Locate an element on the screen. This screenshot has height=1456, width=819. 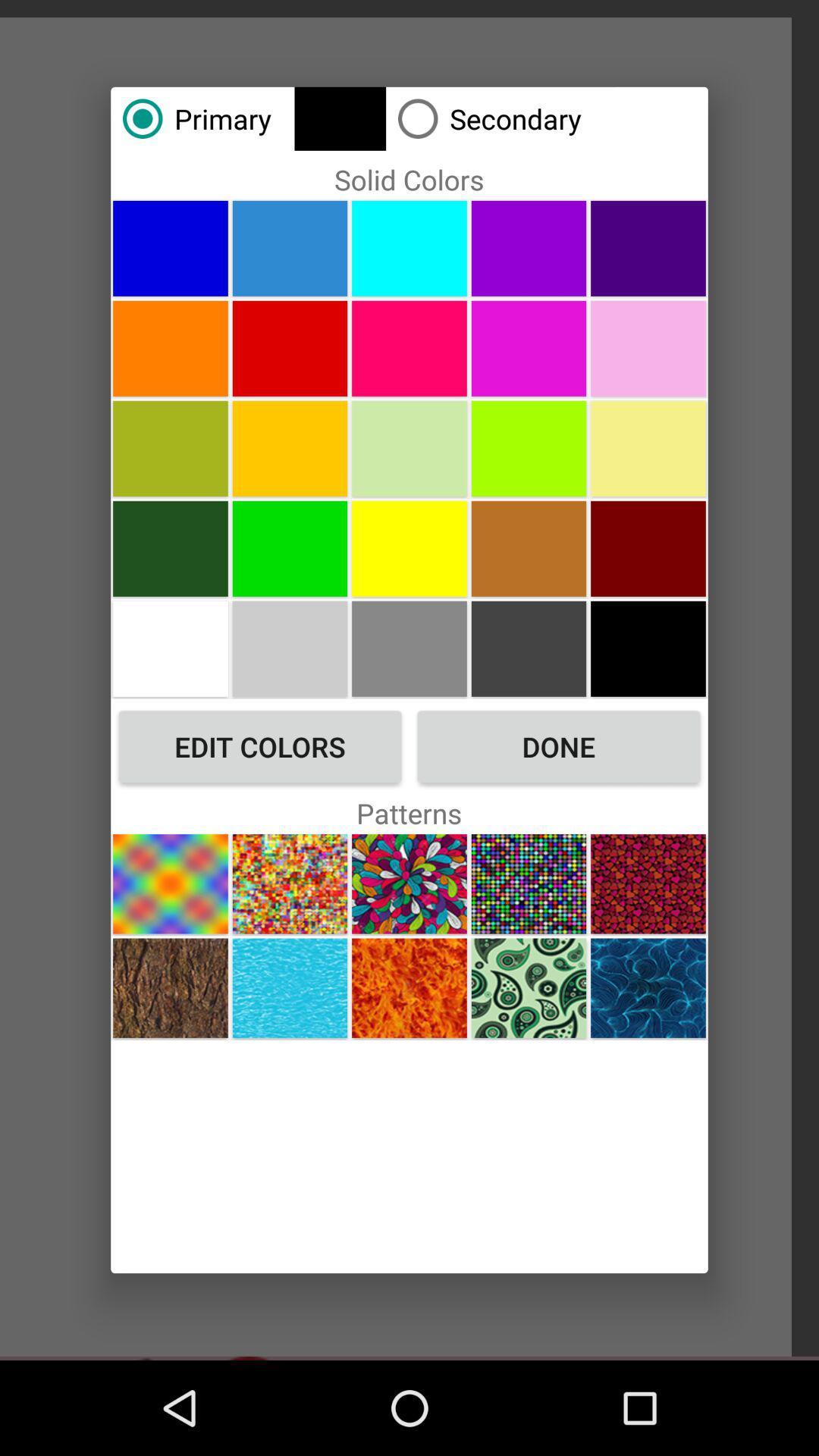
color is located at coordinates (409, 548).